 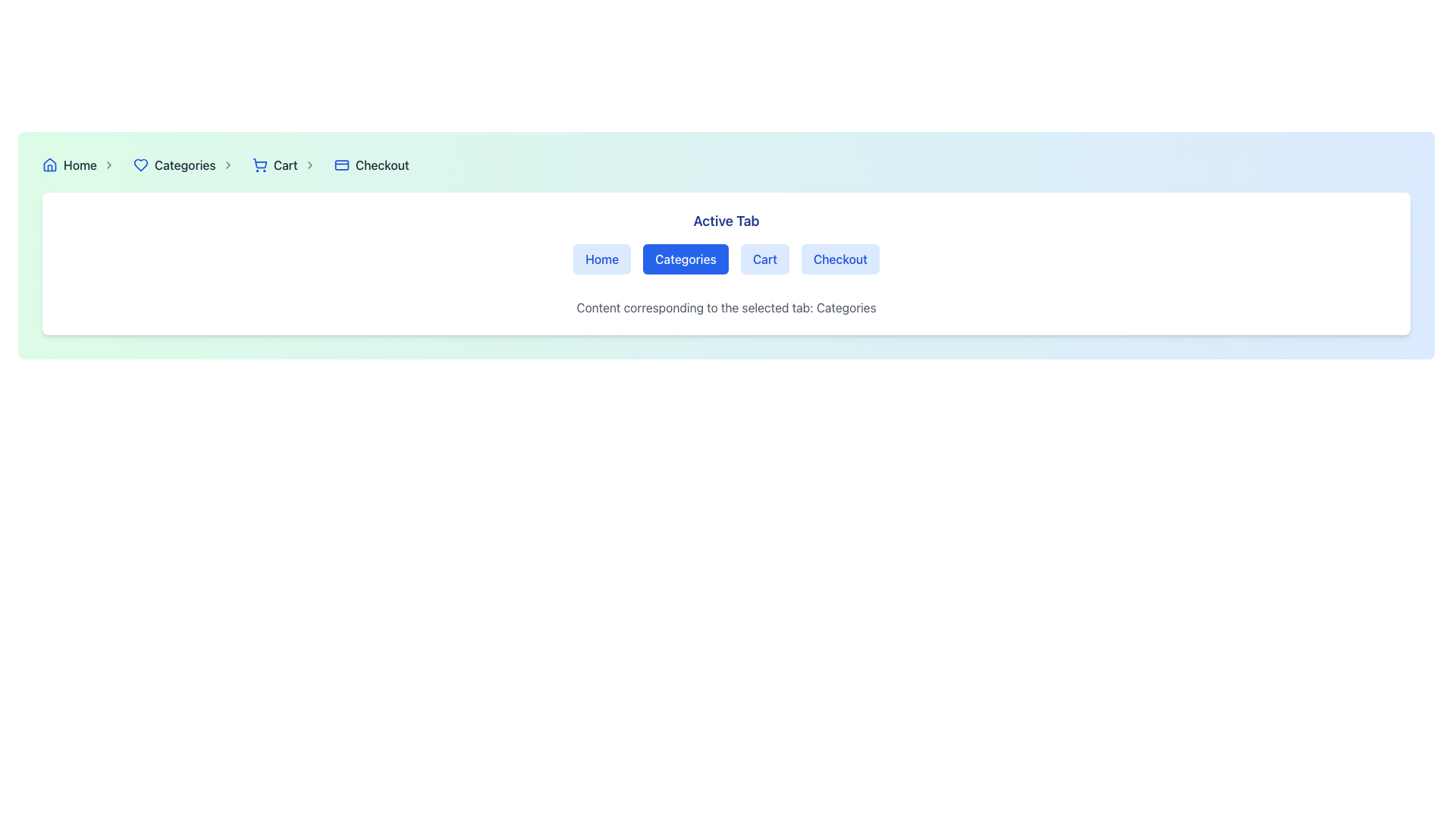 I want to click on the fourth breadcrumb item in the top-right navigation, so click(x=372, y=165).